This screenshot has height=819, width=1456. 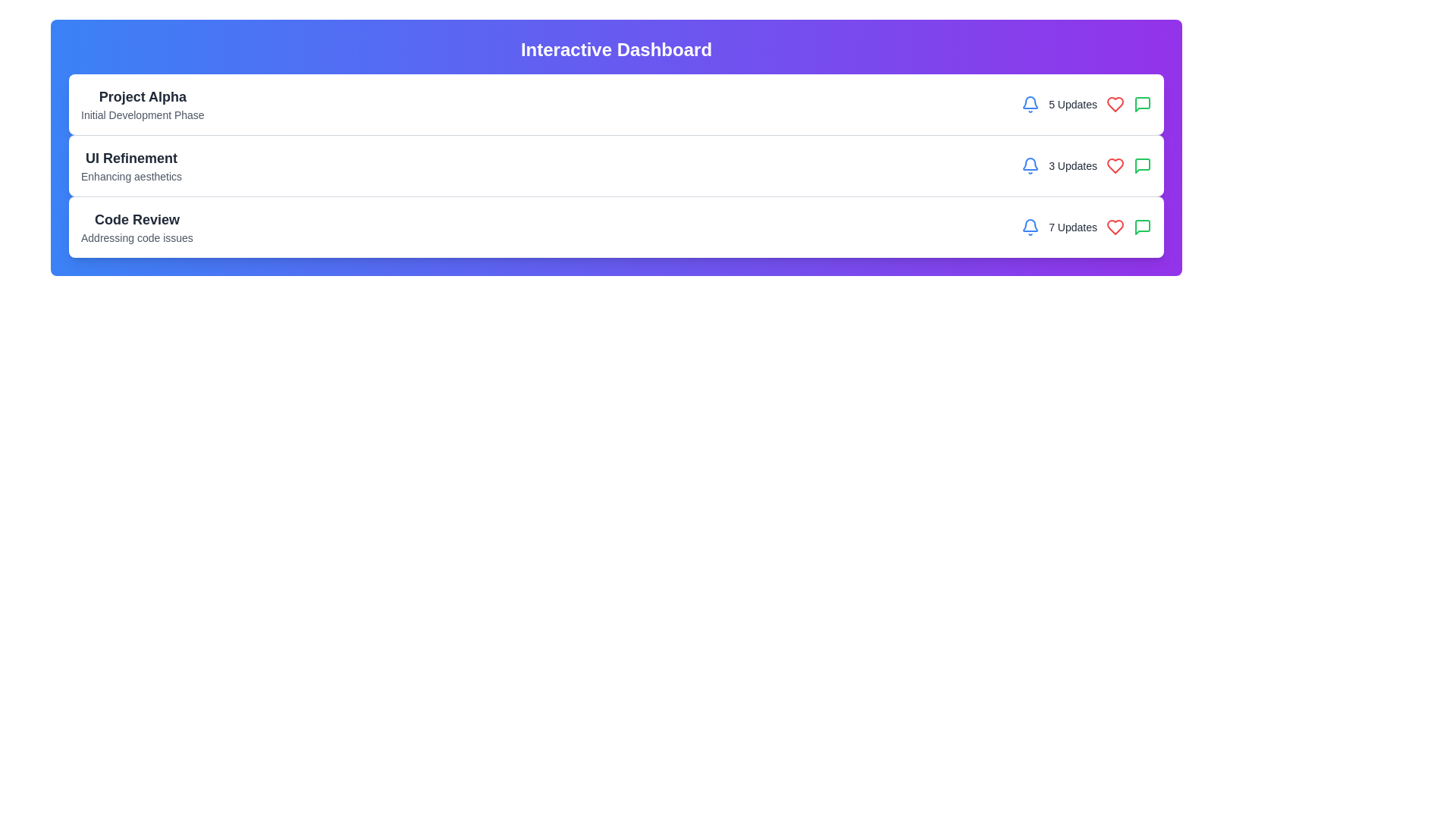 I want to click on the text label displaying the number of updates for 'Project Alpha', located at the top-right of the card, next to a bell icon, so click(x=1086, y=104).